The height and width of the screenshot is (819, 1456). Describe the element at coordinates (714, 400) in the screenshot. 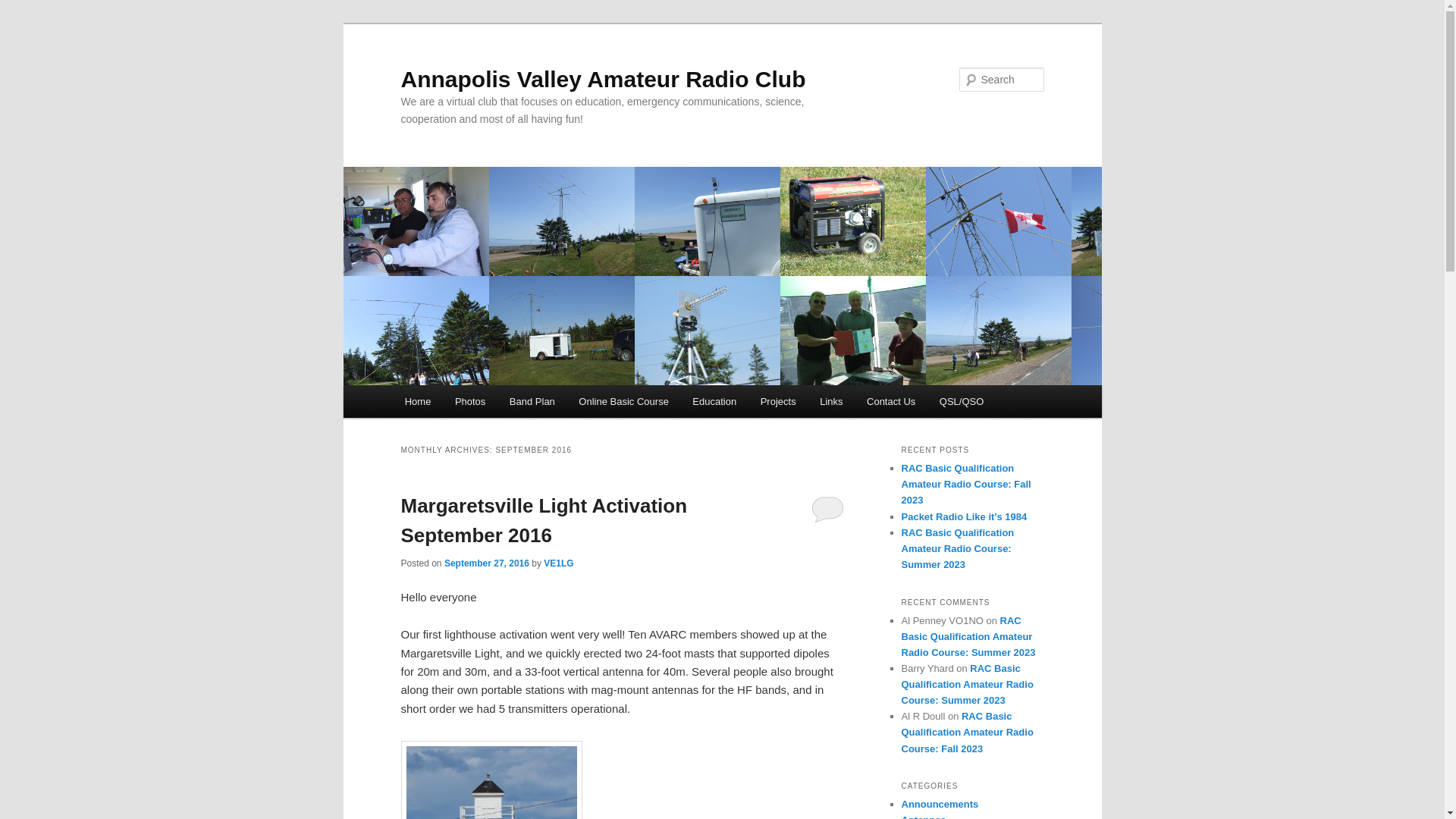

I see `'Education'` at that location.